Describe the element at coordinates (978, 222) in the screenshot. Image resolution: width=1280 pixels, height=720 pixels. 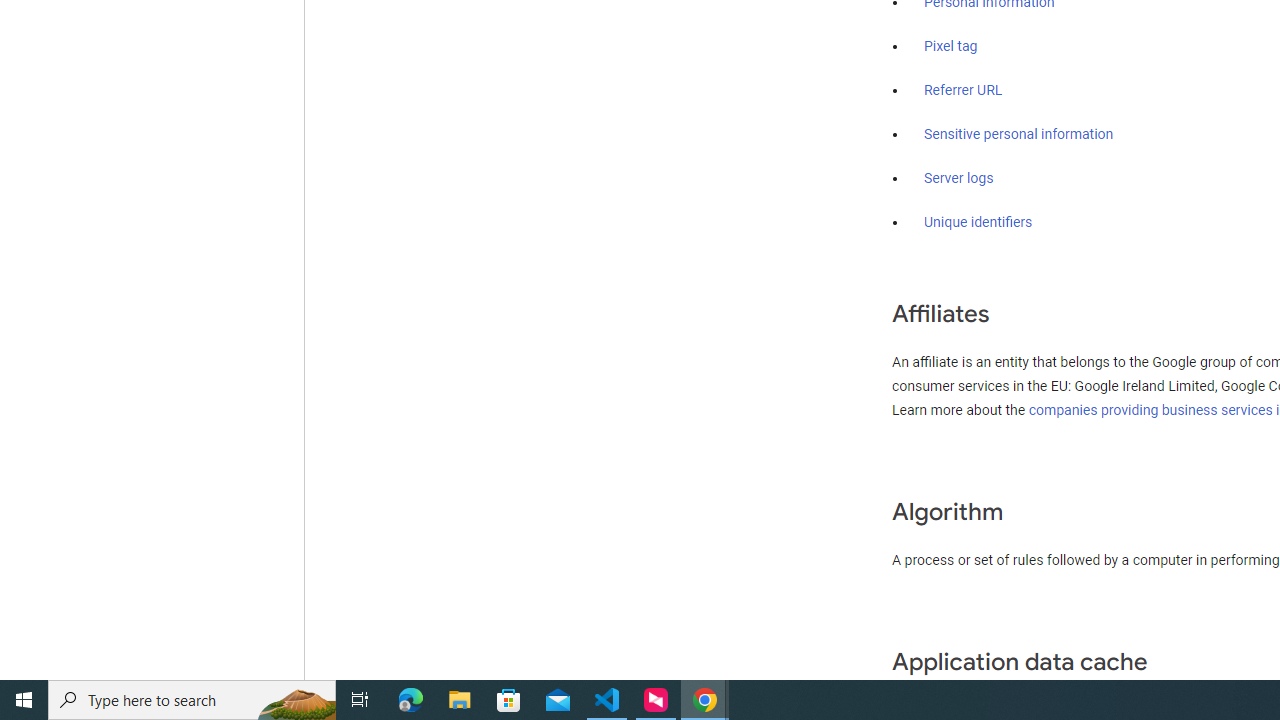
I see `'Unique identifiers'` at that location.